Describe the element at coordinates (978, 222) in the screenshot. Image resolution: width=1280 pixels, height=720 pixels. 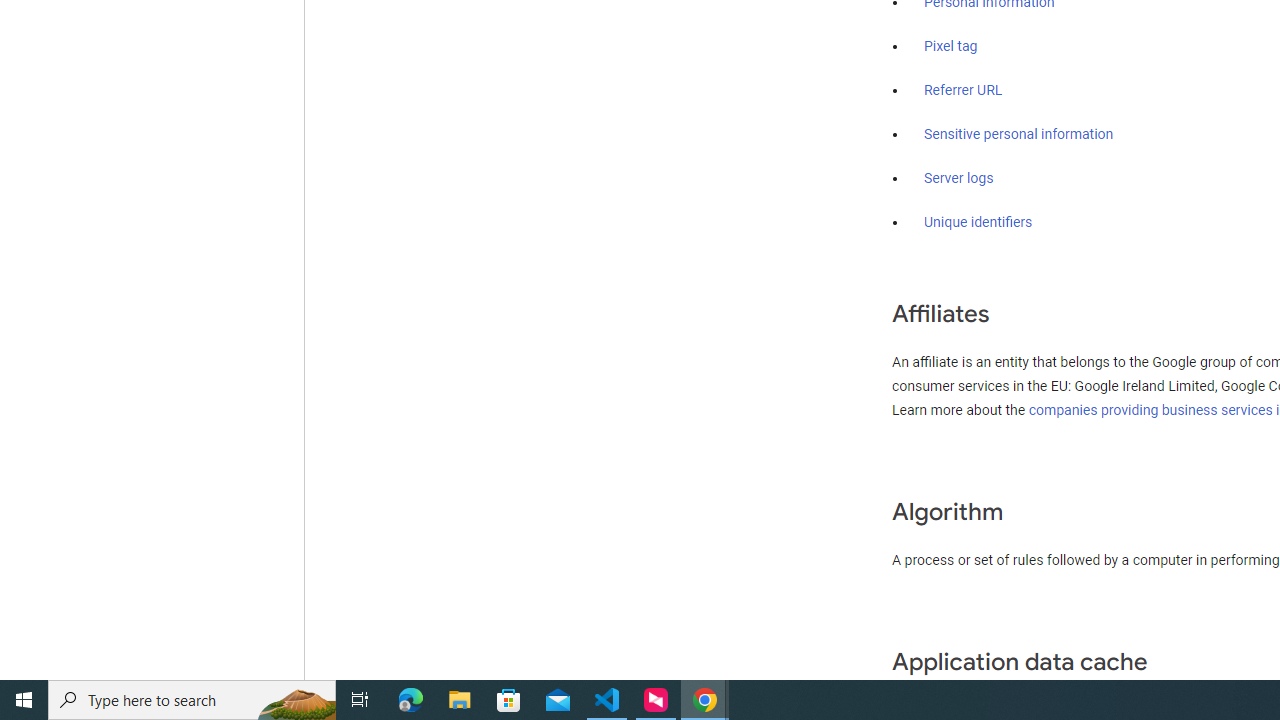
I see `'Unique identifiers'` at that location.